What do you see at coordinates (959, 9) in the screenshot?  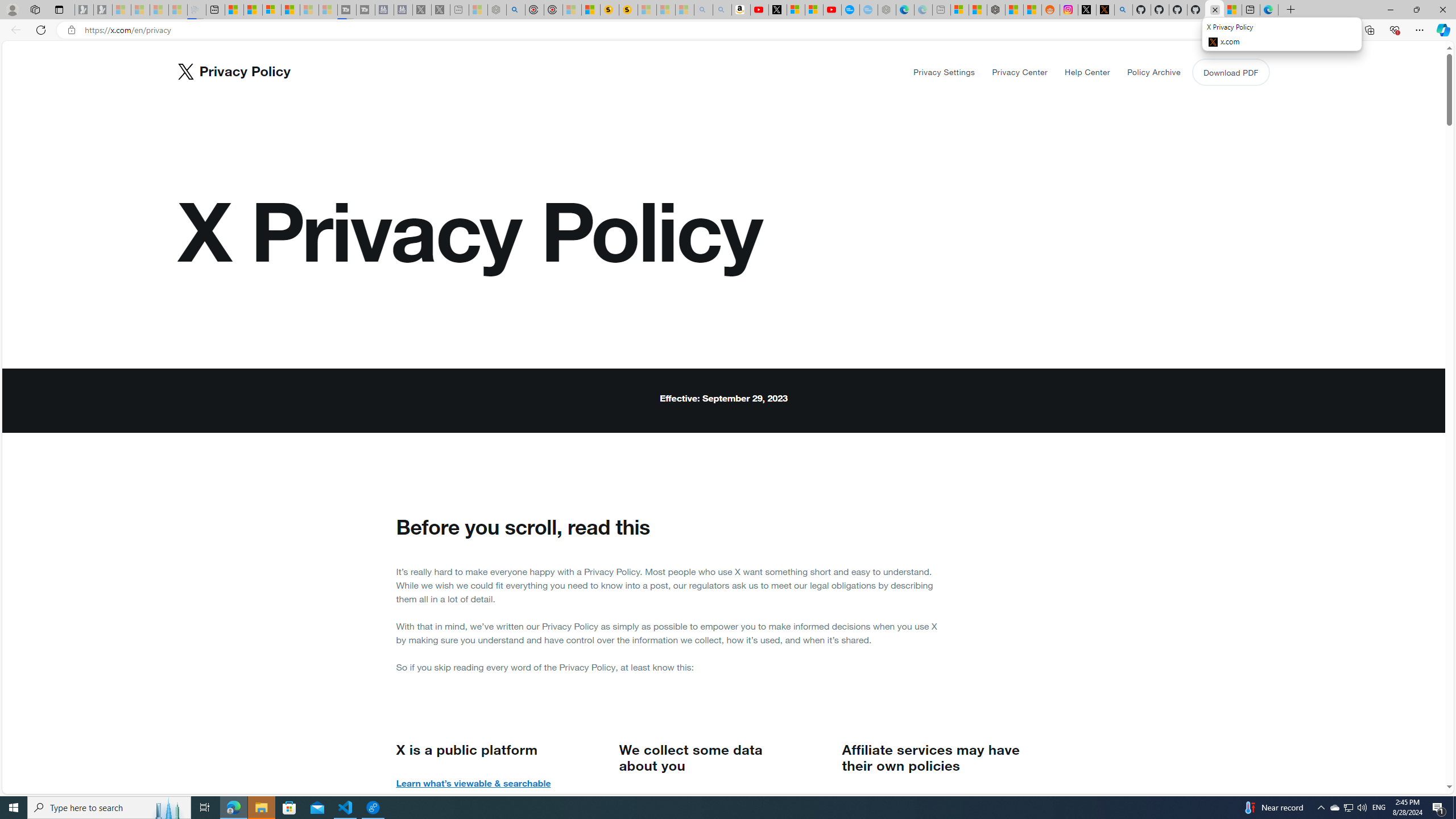 I see `'Microsoft account | Microsoft Account Privacy Settings'` at bounding box center [959, 9].